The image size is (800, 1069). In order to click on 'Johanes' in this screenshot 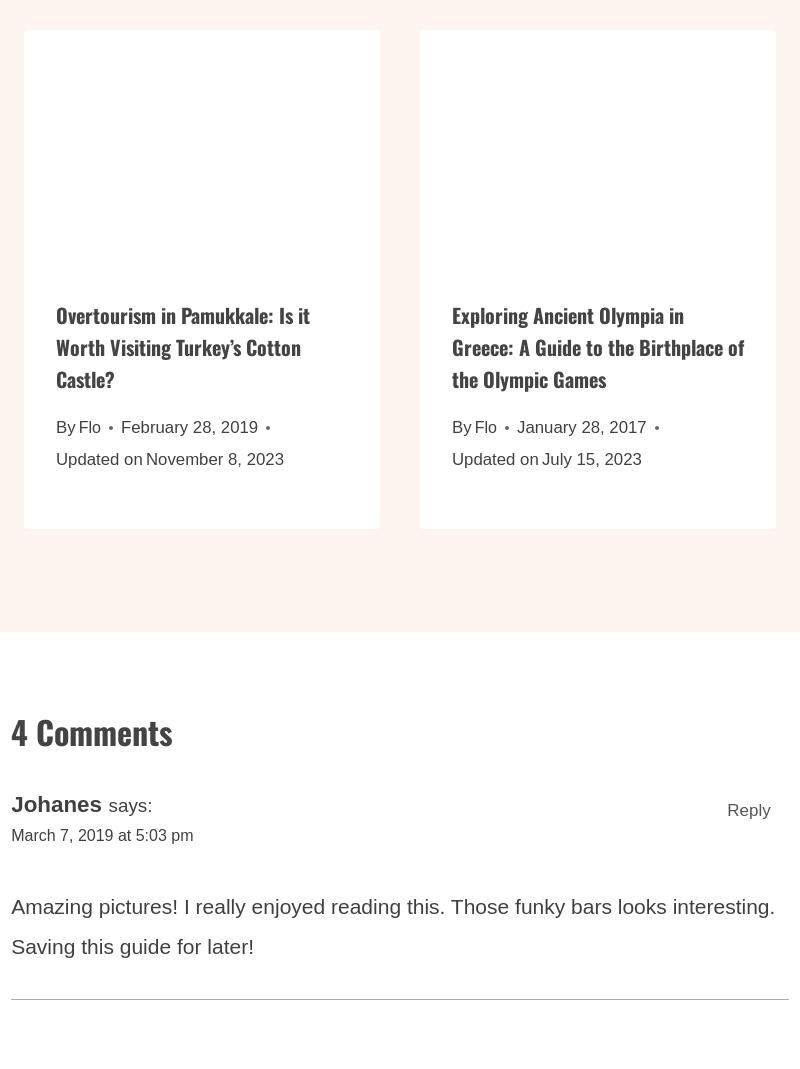, I will do `click(57, 815)`.